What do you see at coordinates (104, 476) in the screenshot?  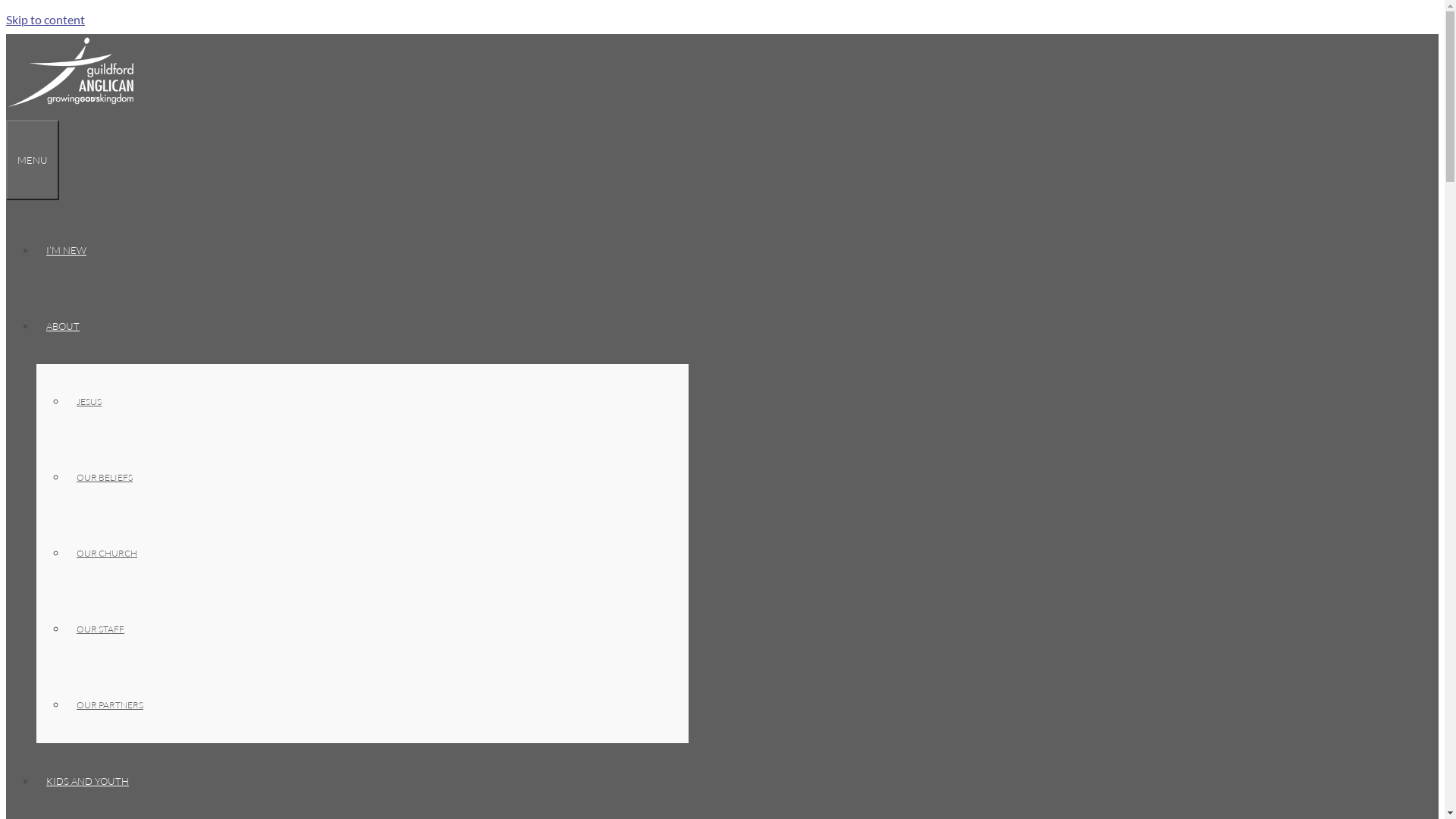 I see `'OUR BELIEFS'` at bounding box center [104, 476].